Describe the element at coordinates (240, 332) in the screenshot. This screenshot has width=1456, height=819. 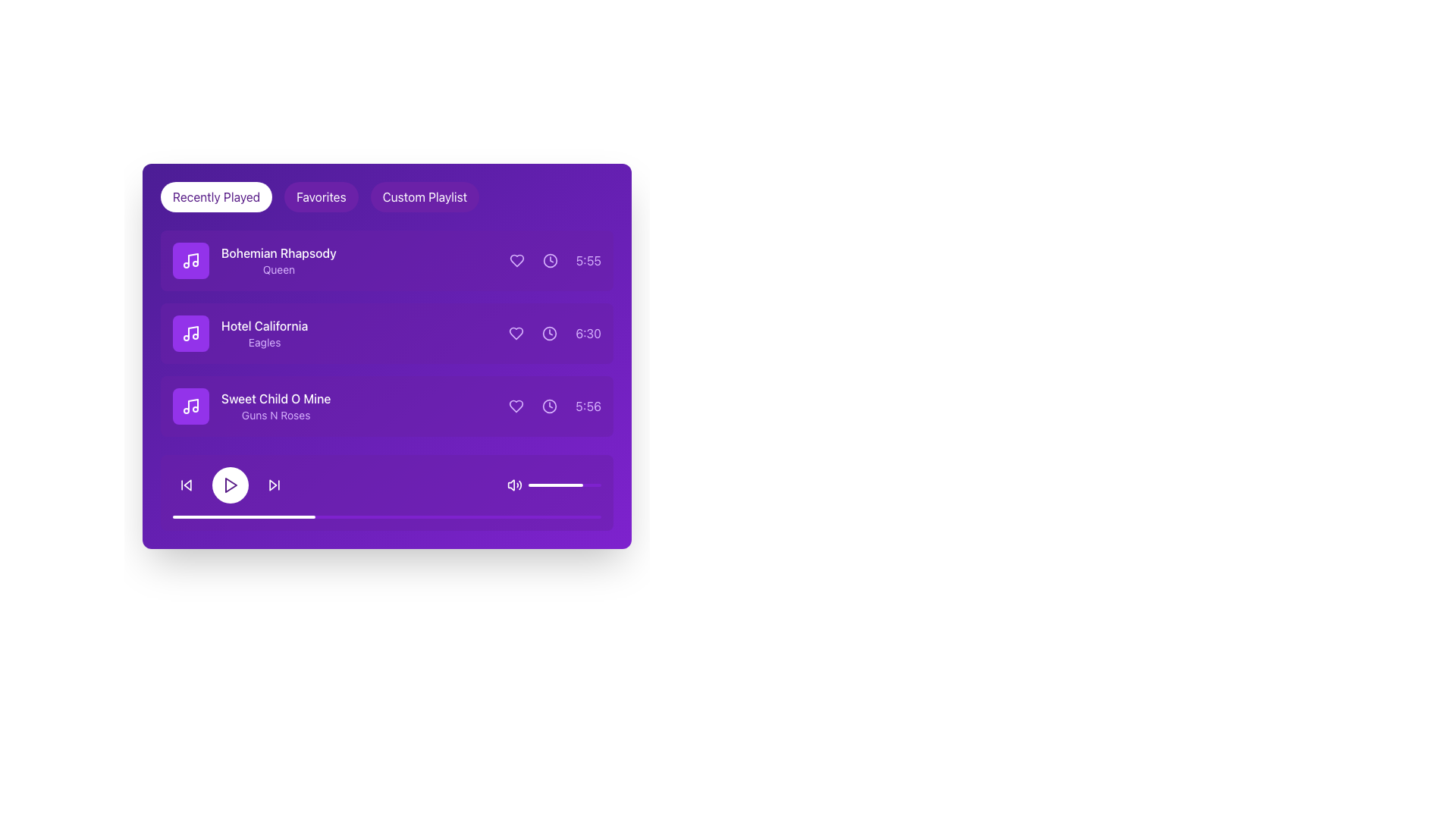
I see `on the text label for the music track 'Hotel California' by the artist 'Eagles'` at that location.